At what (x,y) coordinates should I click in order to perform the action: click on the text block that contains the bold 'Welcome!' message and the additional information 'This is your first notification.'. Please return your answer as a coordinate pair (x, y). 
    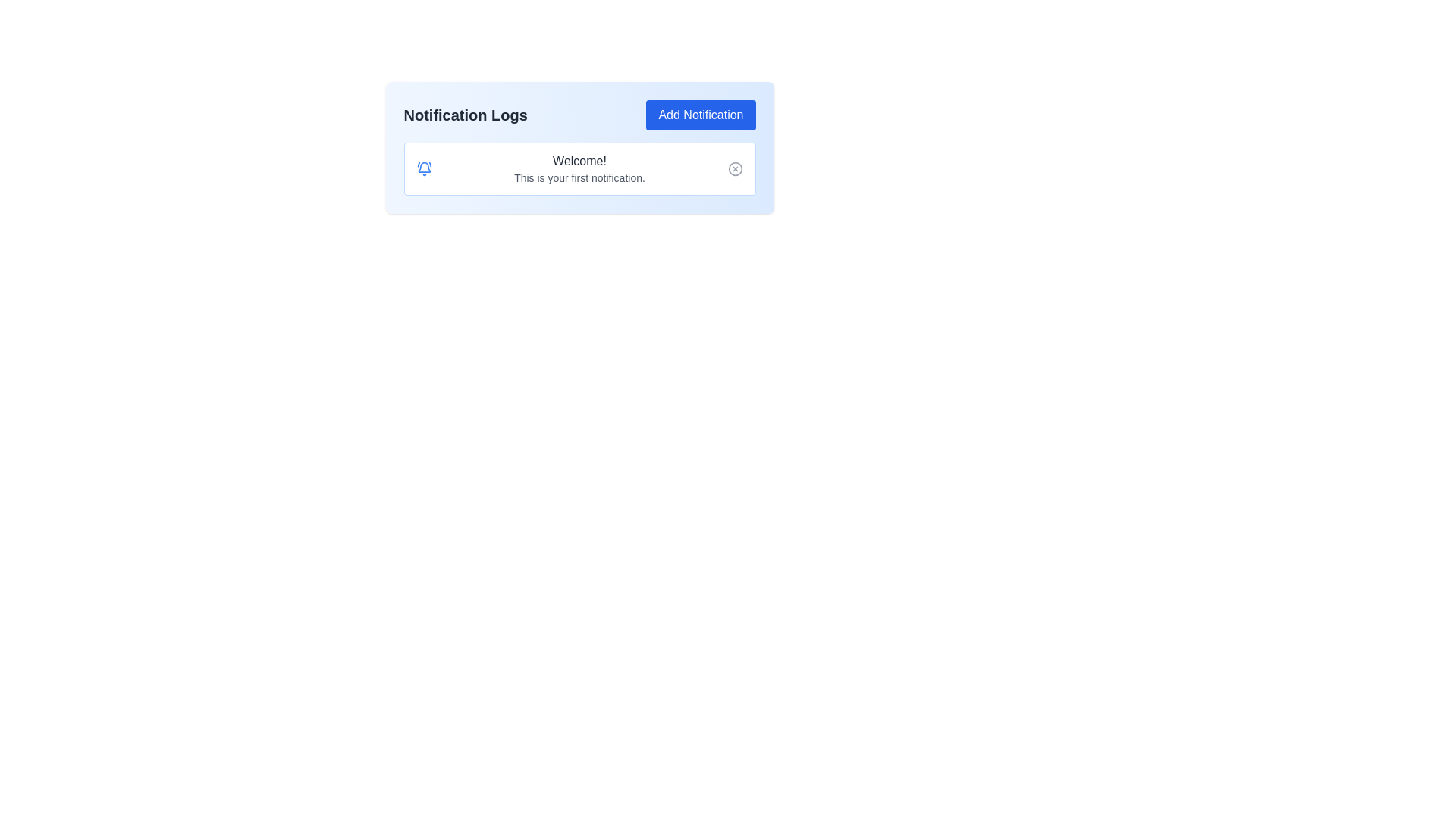
    Looking at the image, I should click on (579, 169).